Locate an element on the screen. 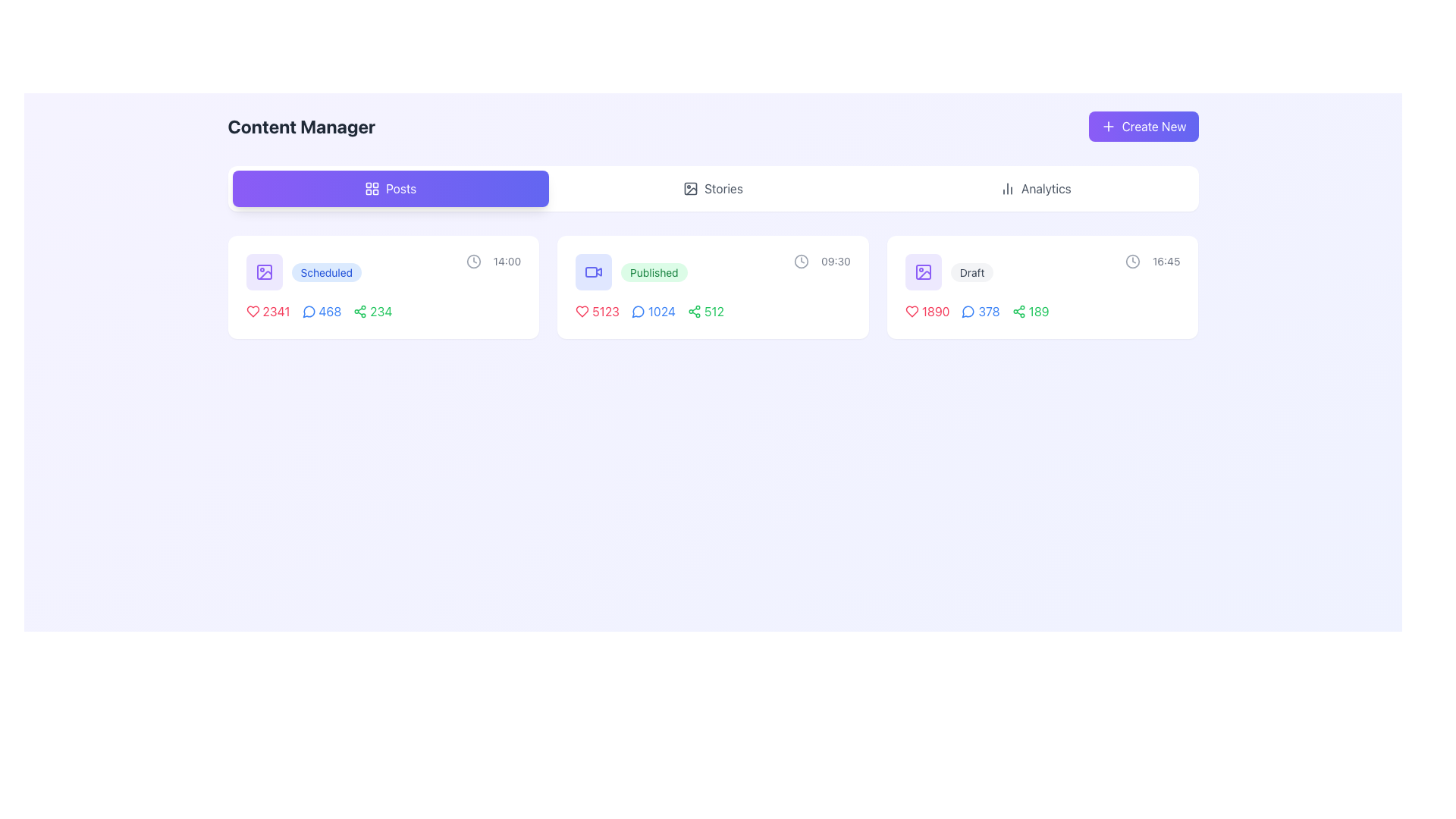 Image resolution: width=1456 pixels, height=819 pixels. the Status label displaying 'Published' with green text on a light green rounded background, located in the second card under the 'Posts' tab is located at coordinates (654, 271).